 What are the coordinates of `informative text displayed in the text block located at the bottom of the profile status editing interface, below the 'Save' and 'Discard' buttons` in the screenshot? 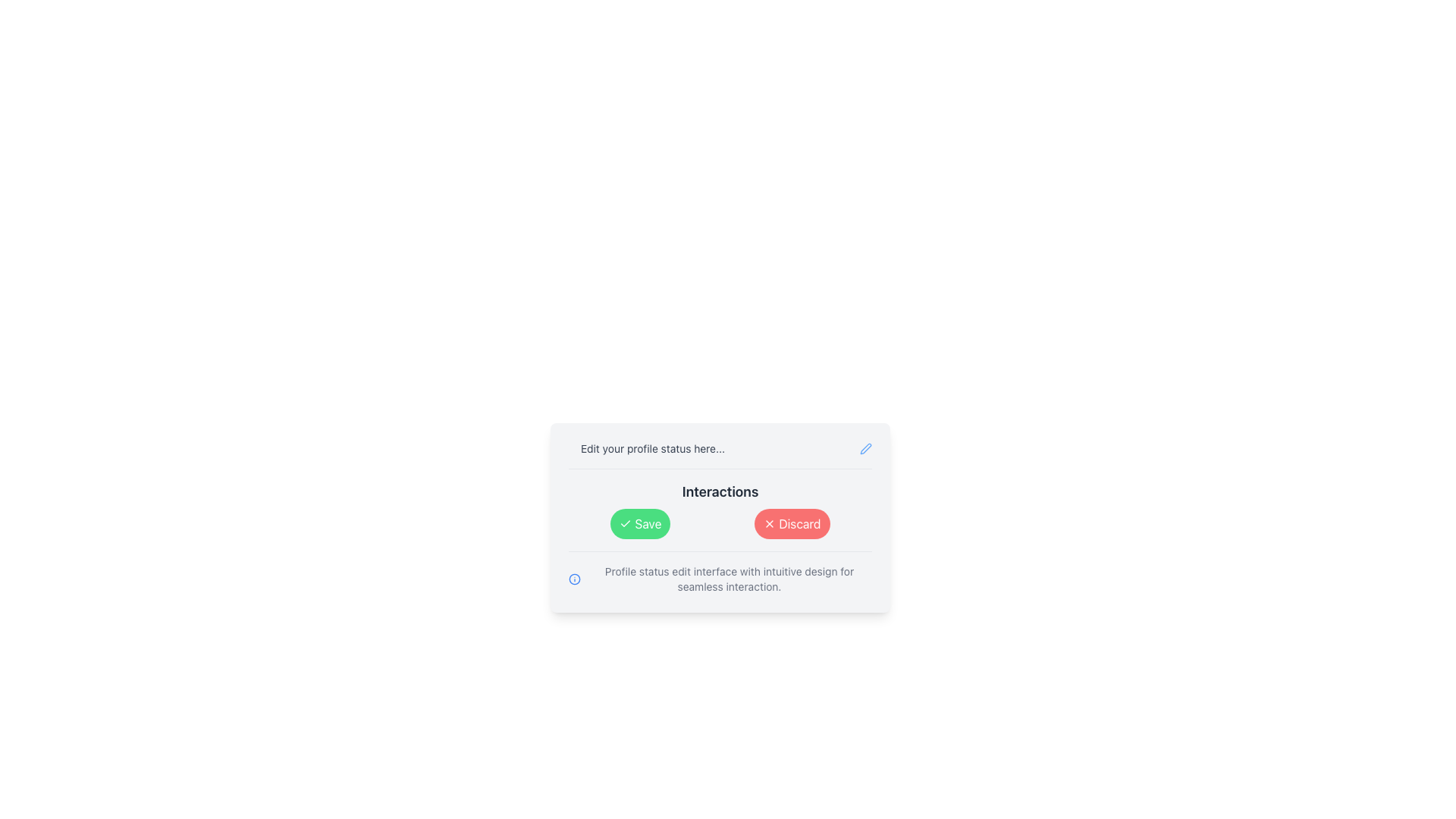 It's located at (730, 579).